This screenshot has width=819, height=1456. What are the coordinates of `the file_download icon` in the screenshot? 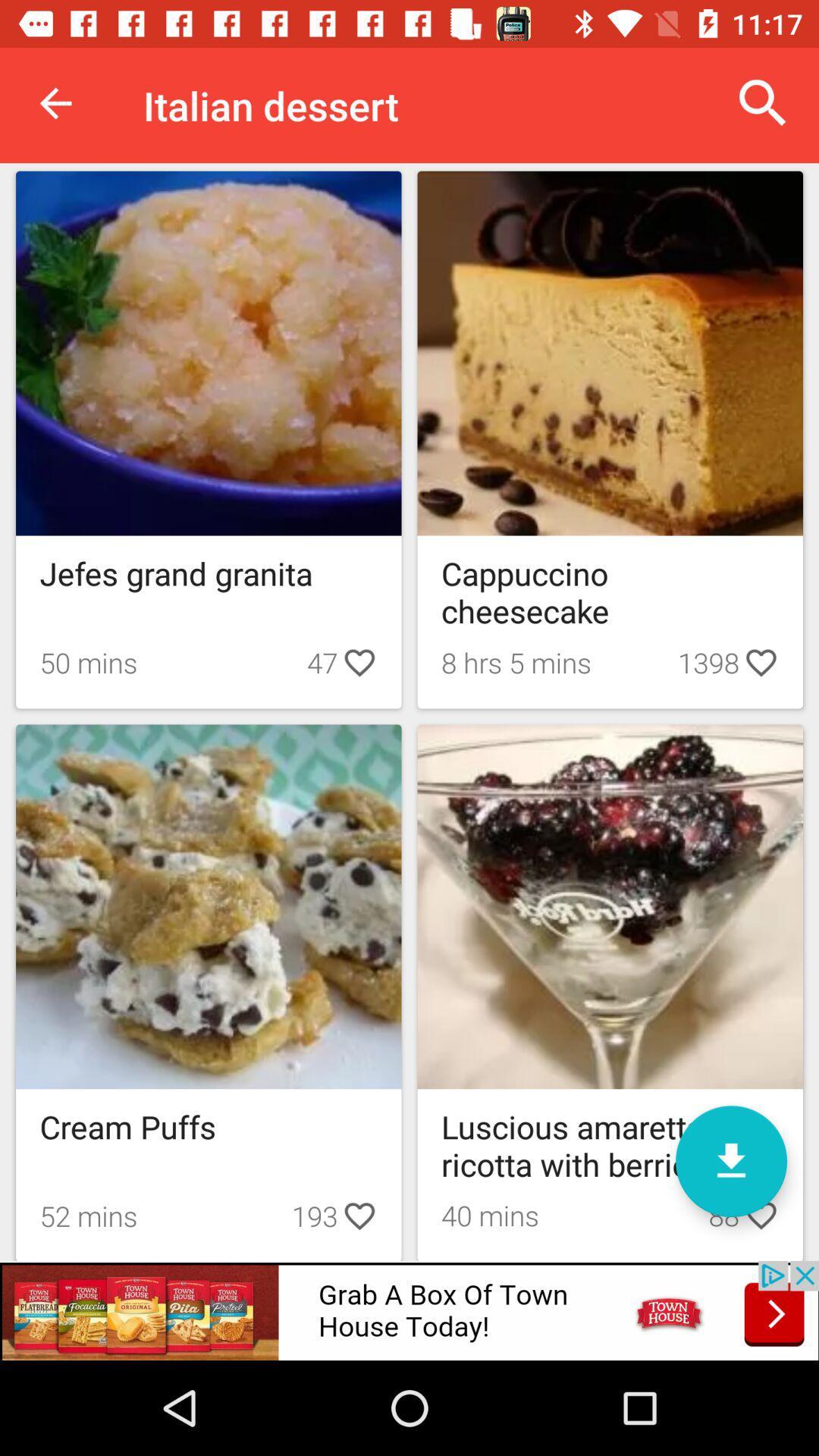 It's located at (730, 1160).